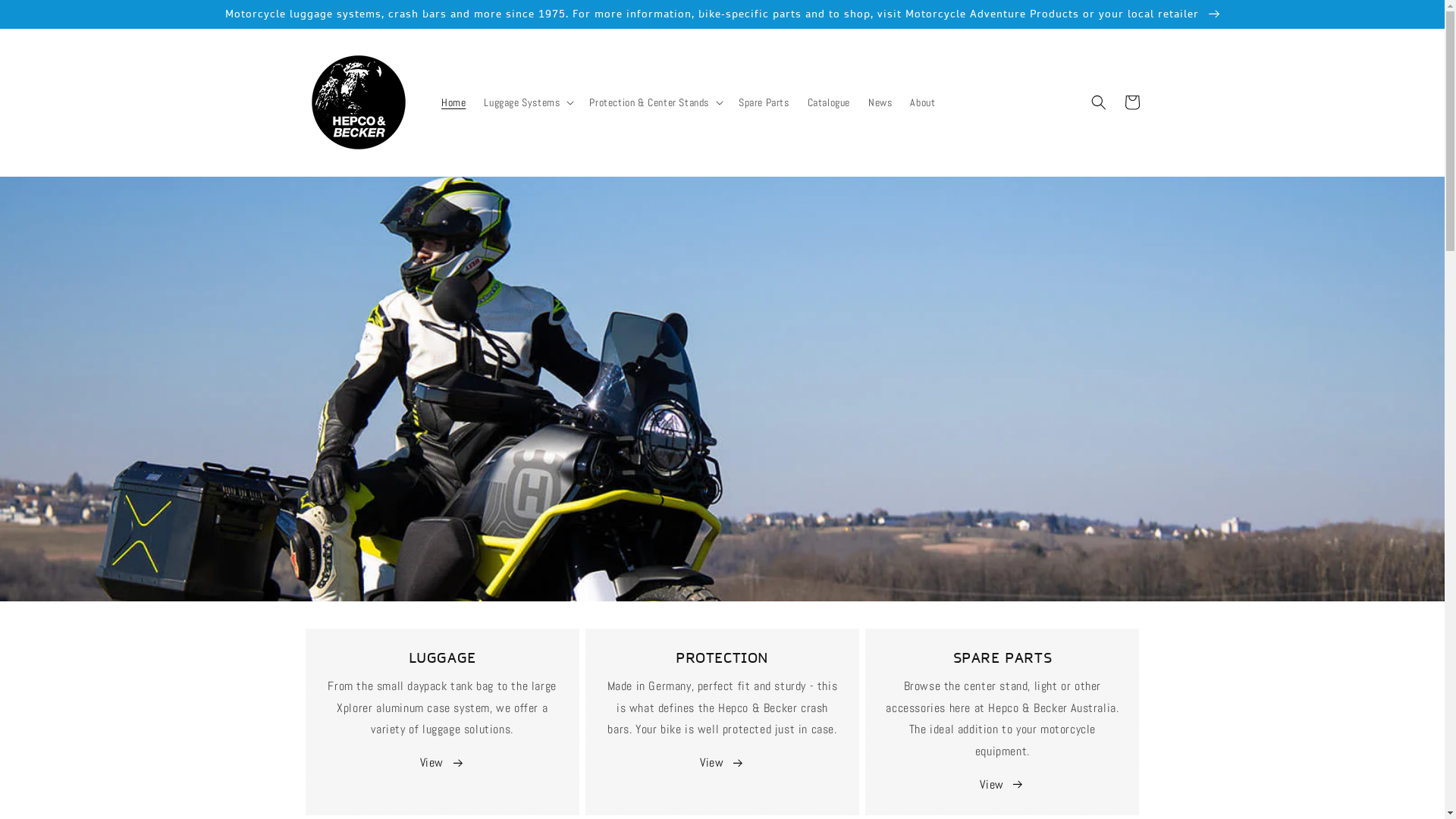 The width and height of the screenshot is (1456, 819). Describe the element at coordinates (419, 763) in the screenshot. I see `'View '` at that location.